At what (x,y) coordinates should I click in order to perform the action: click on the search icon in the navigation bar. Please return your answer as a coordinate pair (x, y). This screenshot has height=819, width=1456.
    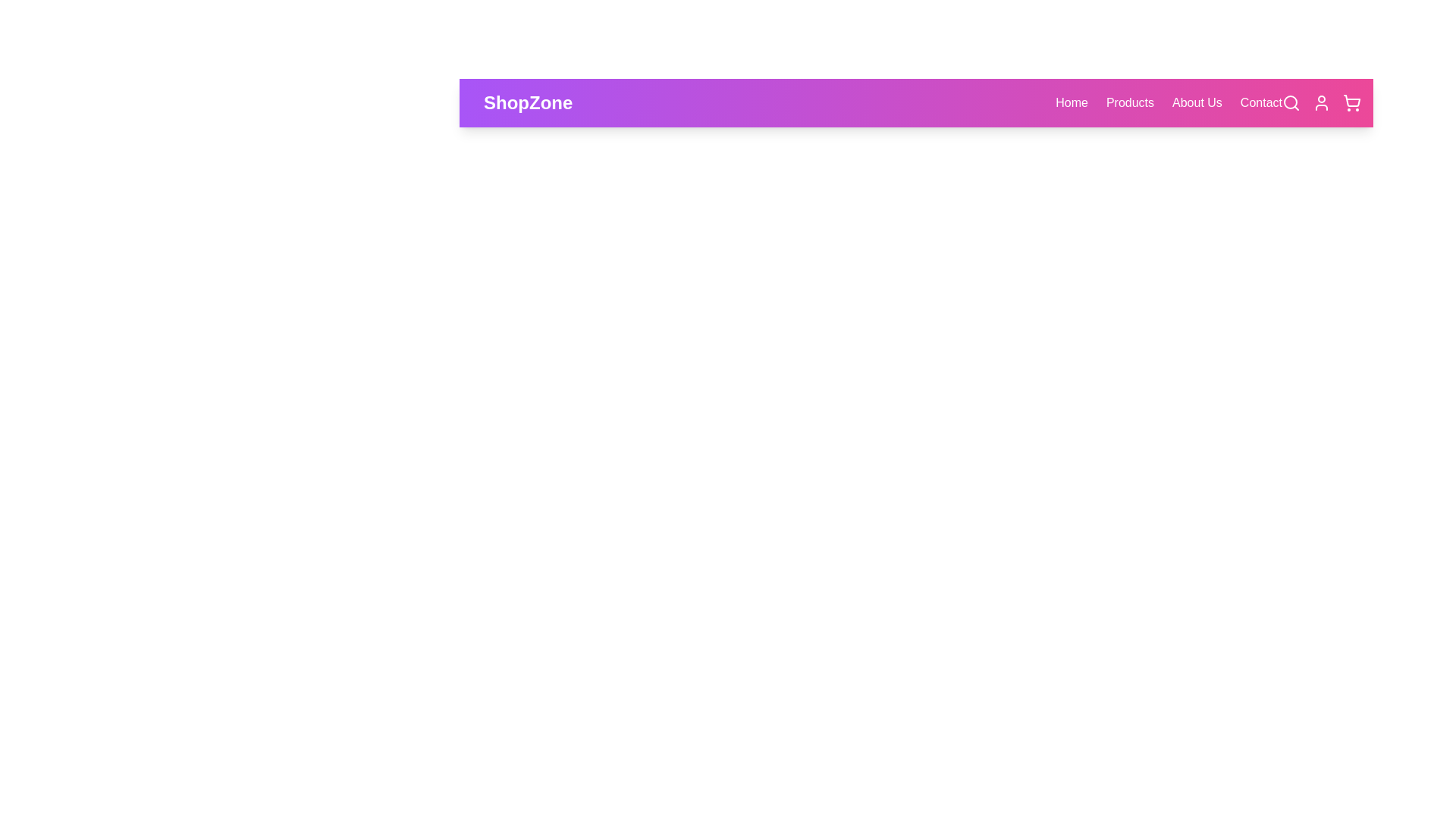
    Looking at the image, I should click on (1291, 102).